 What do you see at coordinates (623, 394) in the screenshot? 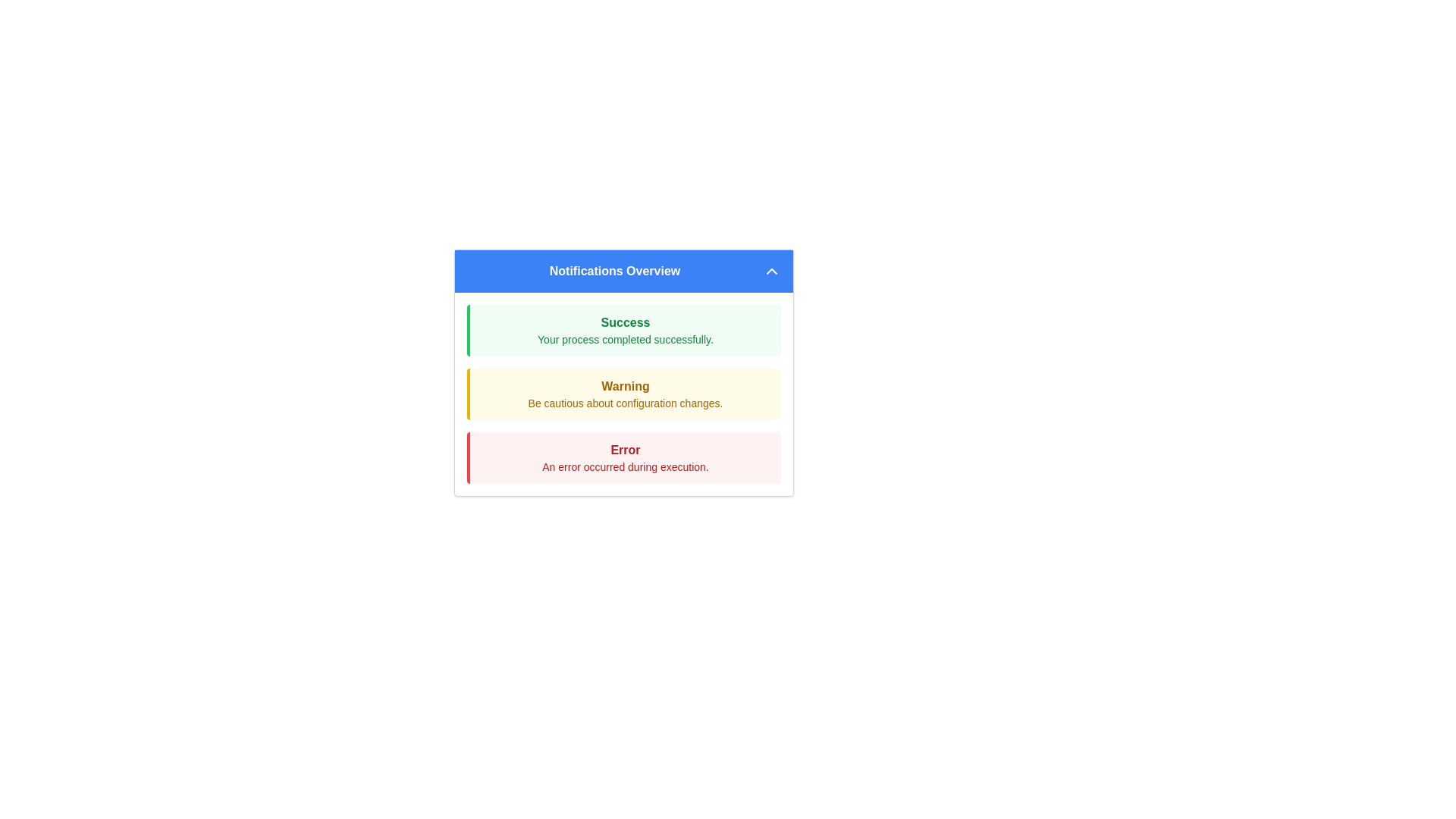
I see `warning message from the notification box with a yellow left border and a light yellow background, titled 'Warning' with a subtitle 'Be cautious about configuration changes.'` at bounding box center [623, 394].